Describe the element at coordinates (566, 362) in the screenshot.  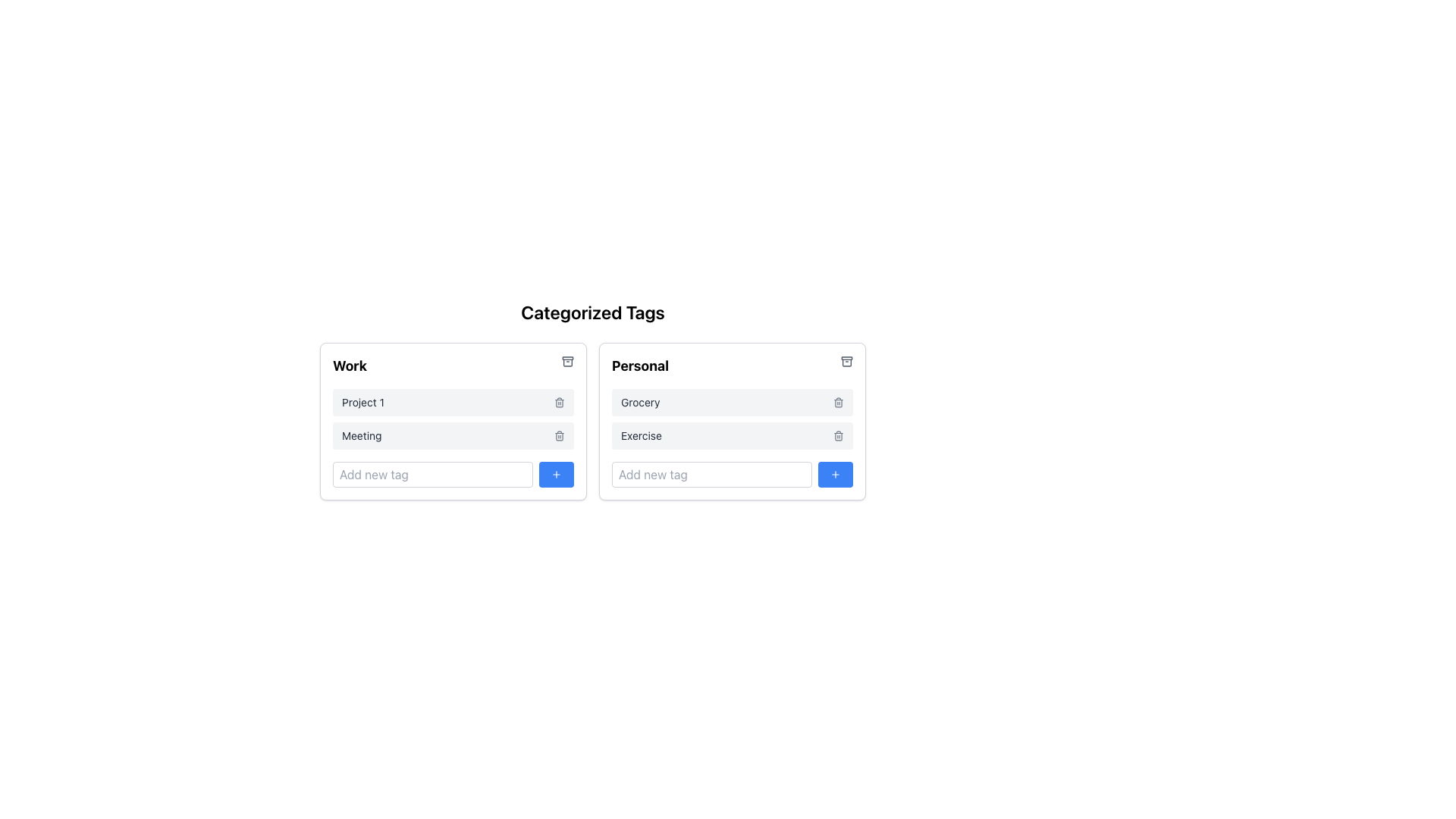
I see `the archive icon button located in the top-right corner of the 'Work' section` at that location.